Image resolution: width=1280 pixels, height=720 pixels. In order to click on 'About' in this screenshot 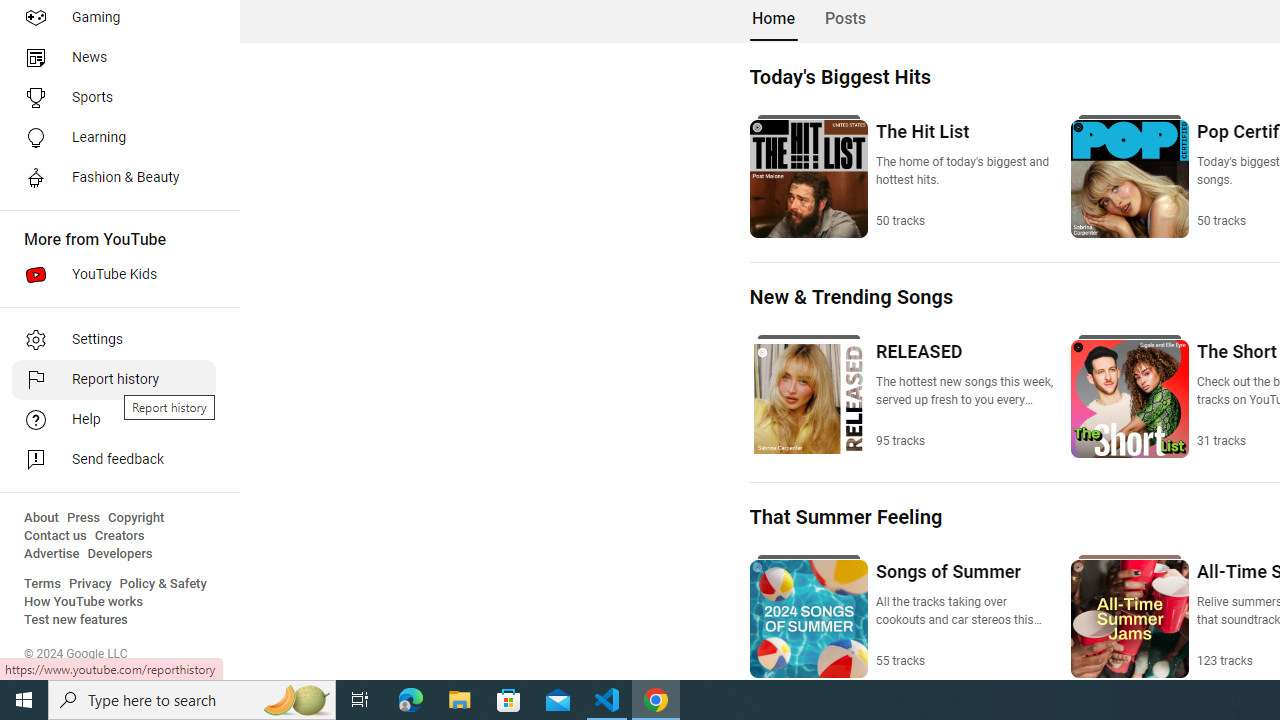, I will do `click(41, 517)`.